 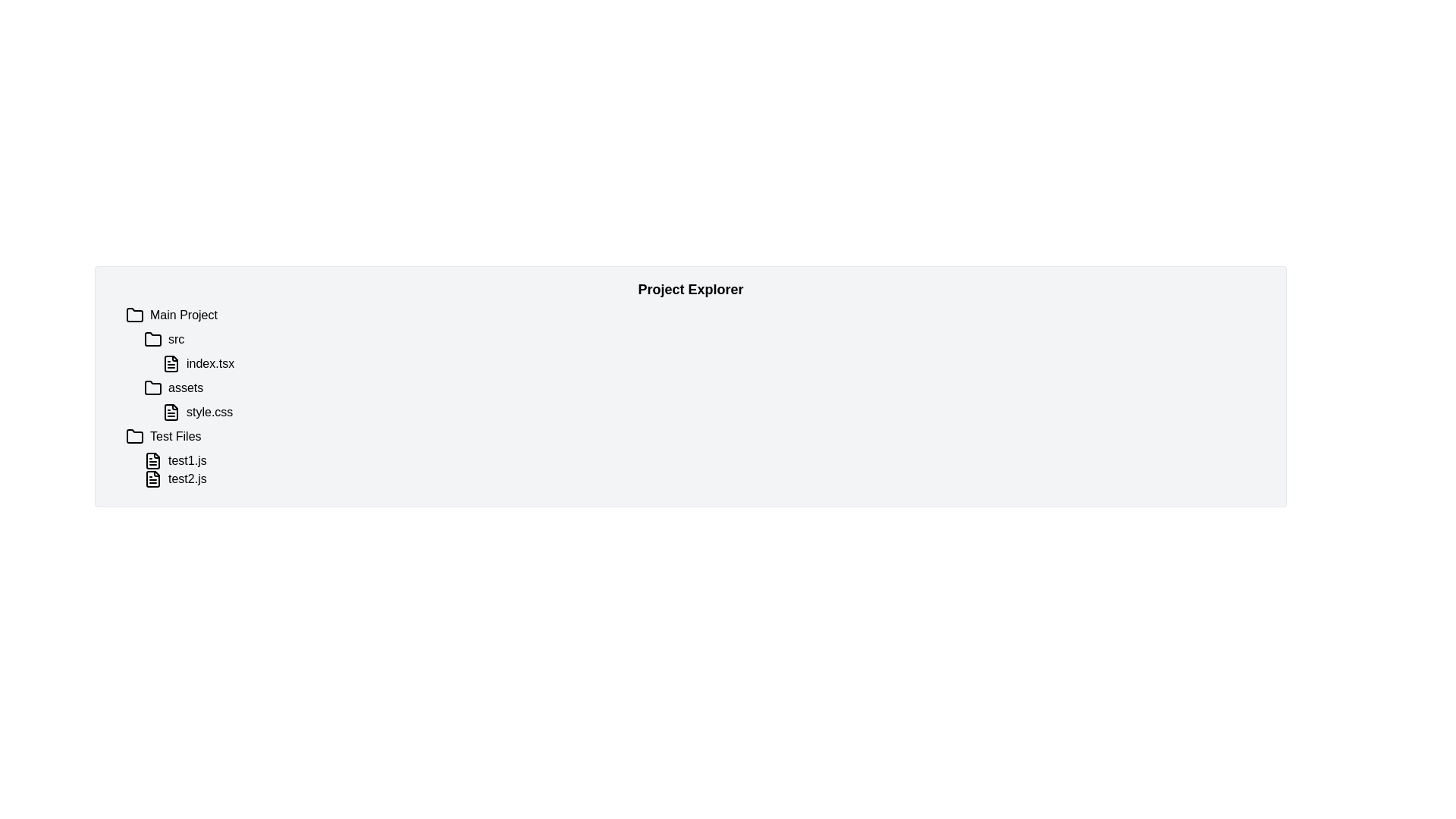 What do you see at coordinates (185, 388) in the screenshot?
I see `the 'assets' text label located under the 'src' folder in the file explorer` at bounding box center [185, 388].